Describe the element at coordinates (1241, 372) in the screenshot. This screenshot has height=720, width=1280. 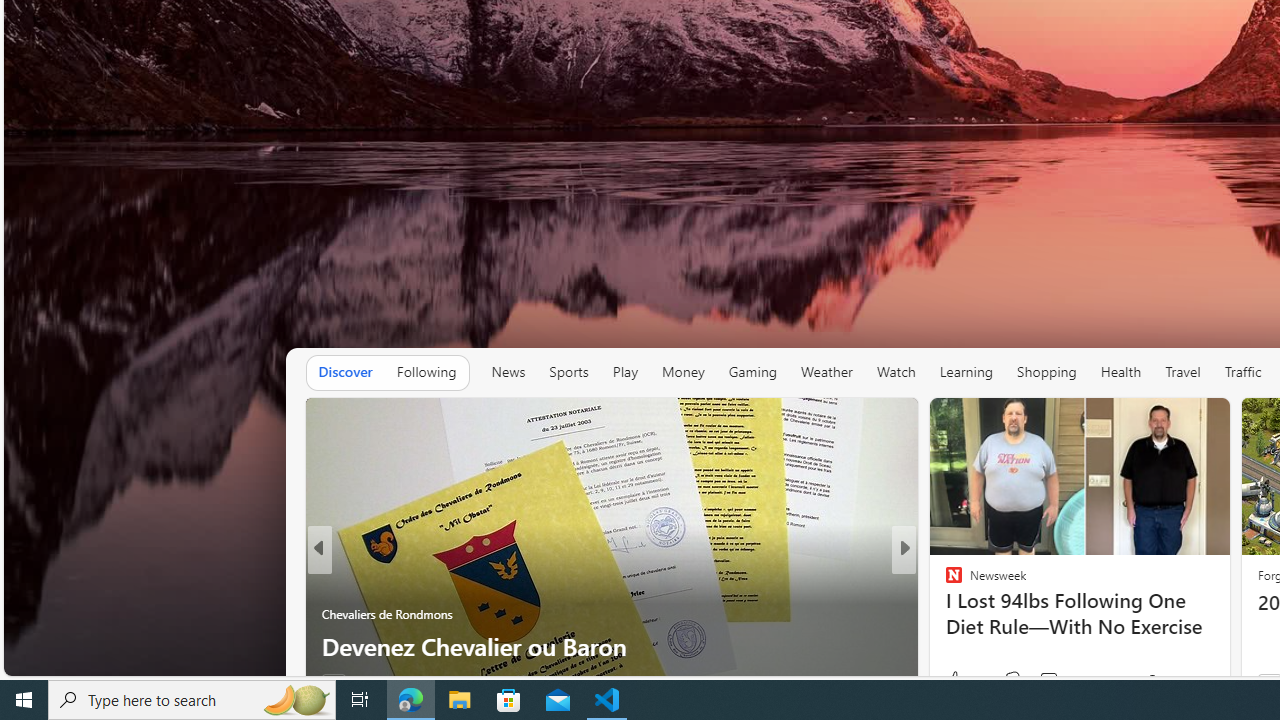
I see `'Traffic'` at that location.